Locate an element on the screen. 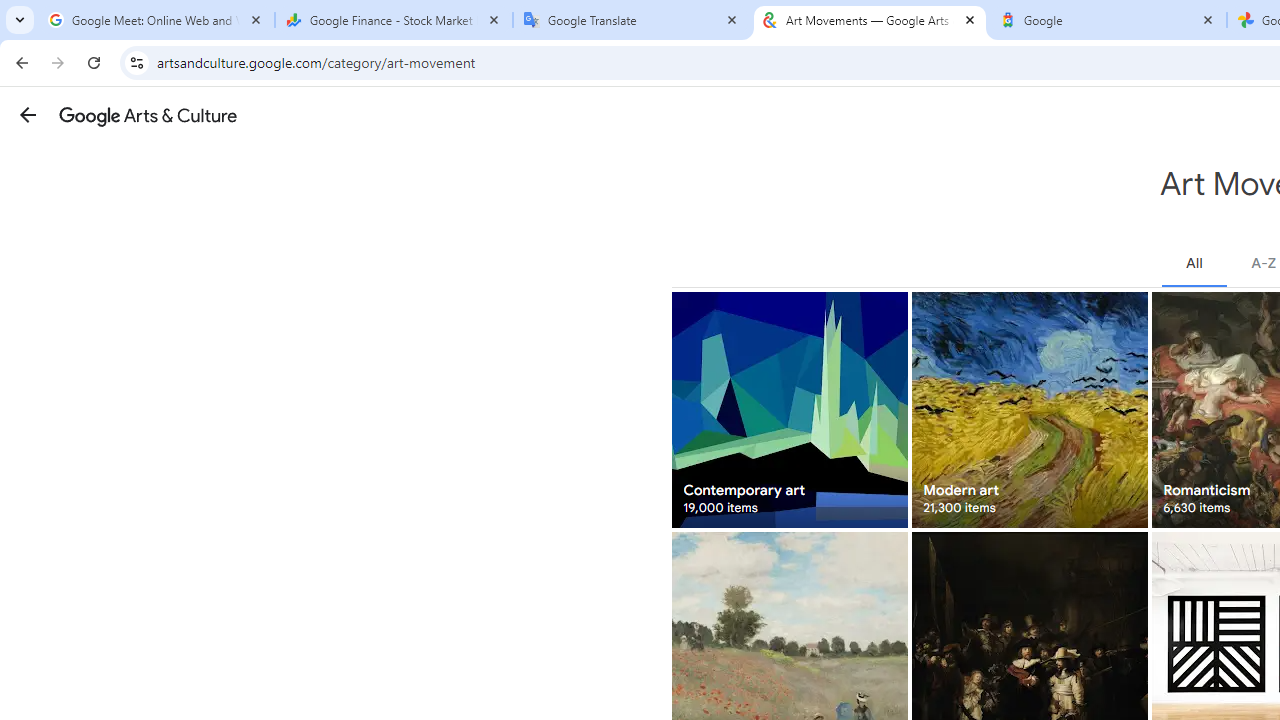 This screenshot has height=720, width=1280. 'Google Translate' is located at coordinates (631, 20).